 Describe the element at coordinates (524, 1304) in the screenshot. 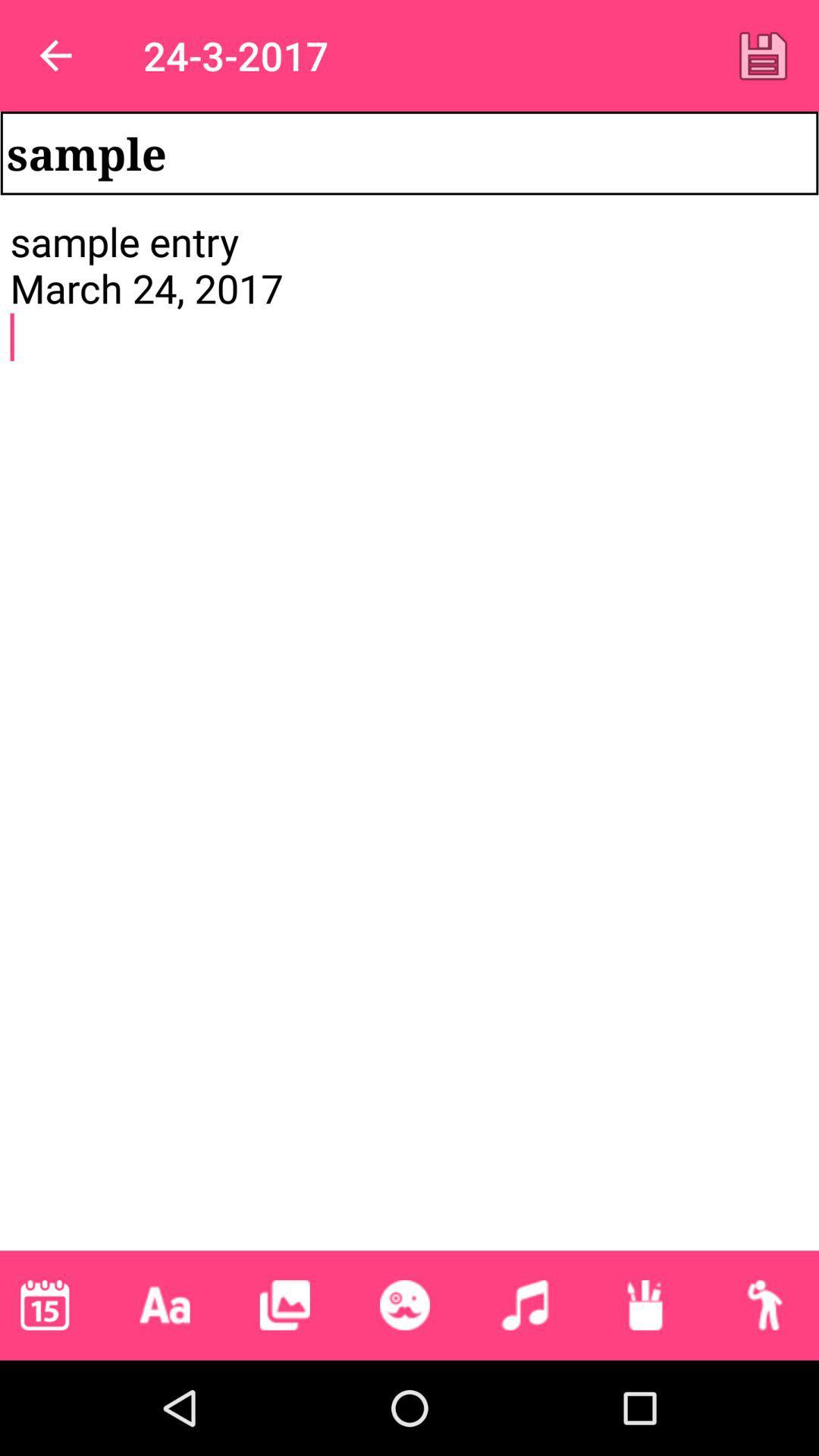

I see `the item below the sample entry march item` at that location.